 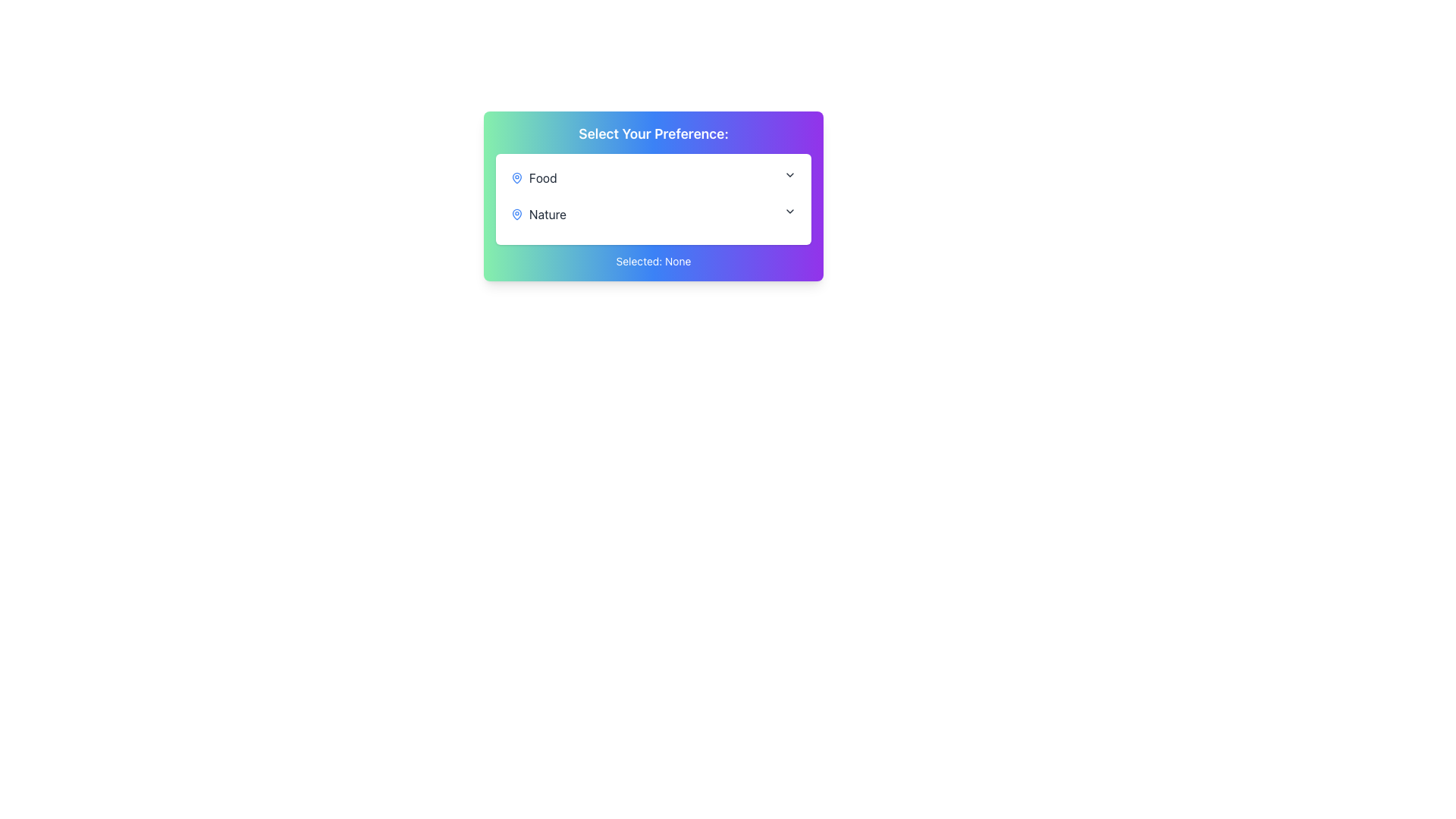 I want to click on the downward-pointing chevron SVG icon located to the right of the 'Nature' text, so click(x=789, y=211).